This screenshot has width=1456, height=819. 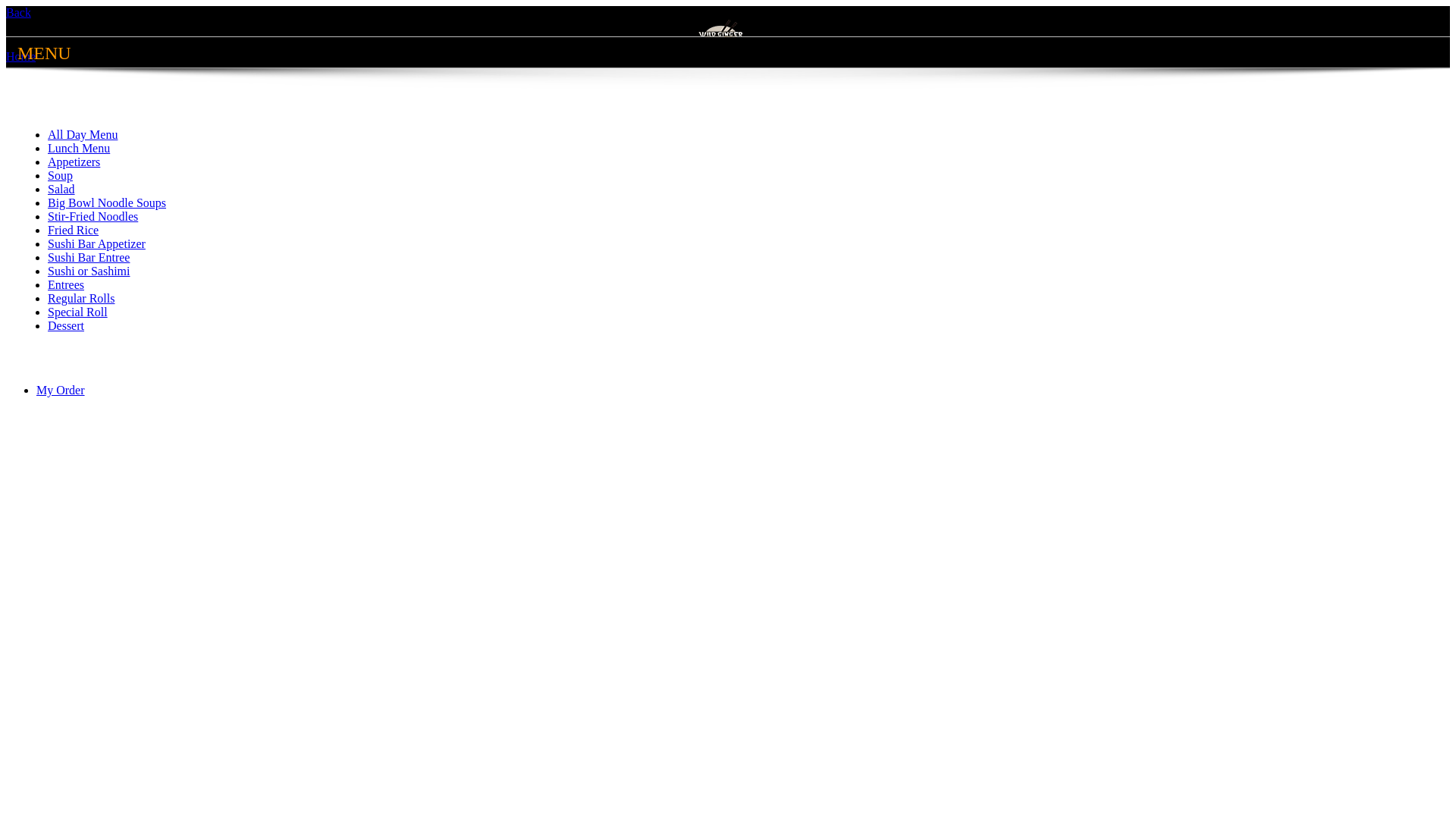 I want to click on 'Sushi or Sashimi', so click(x=87, y=270).